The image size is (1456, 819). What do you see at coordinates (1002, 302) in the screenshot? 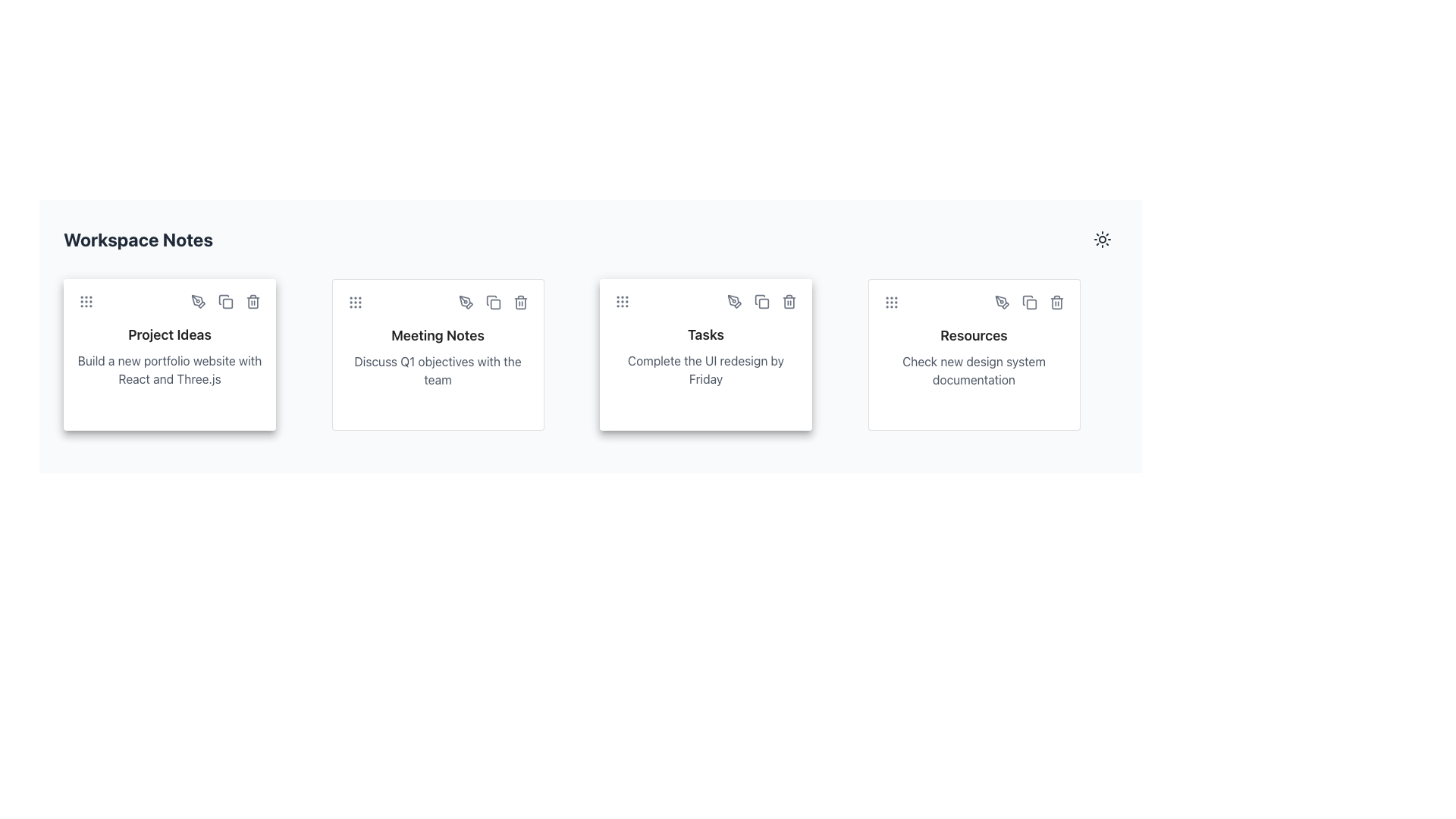
I see `the pen-like icon button located in the top-right corner of the 'Resources' card` at bounding box center [1002, 302].